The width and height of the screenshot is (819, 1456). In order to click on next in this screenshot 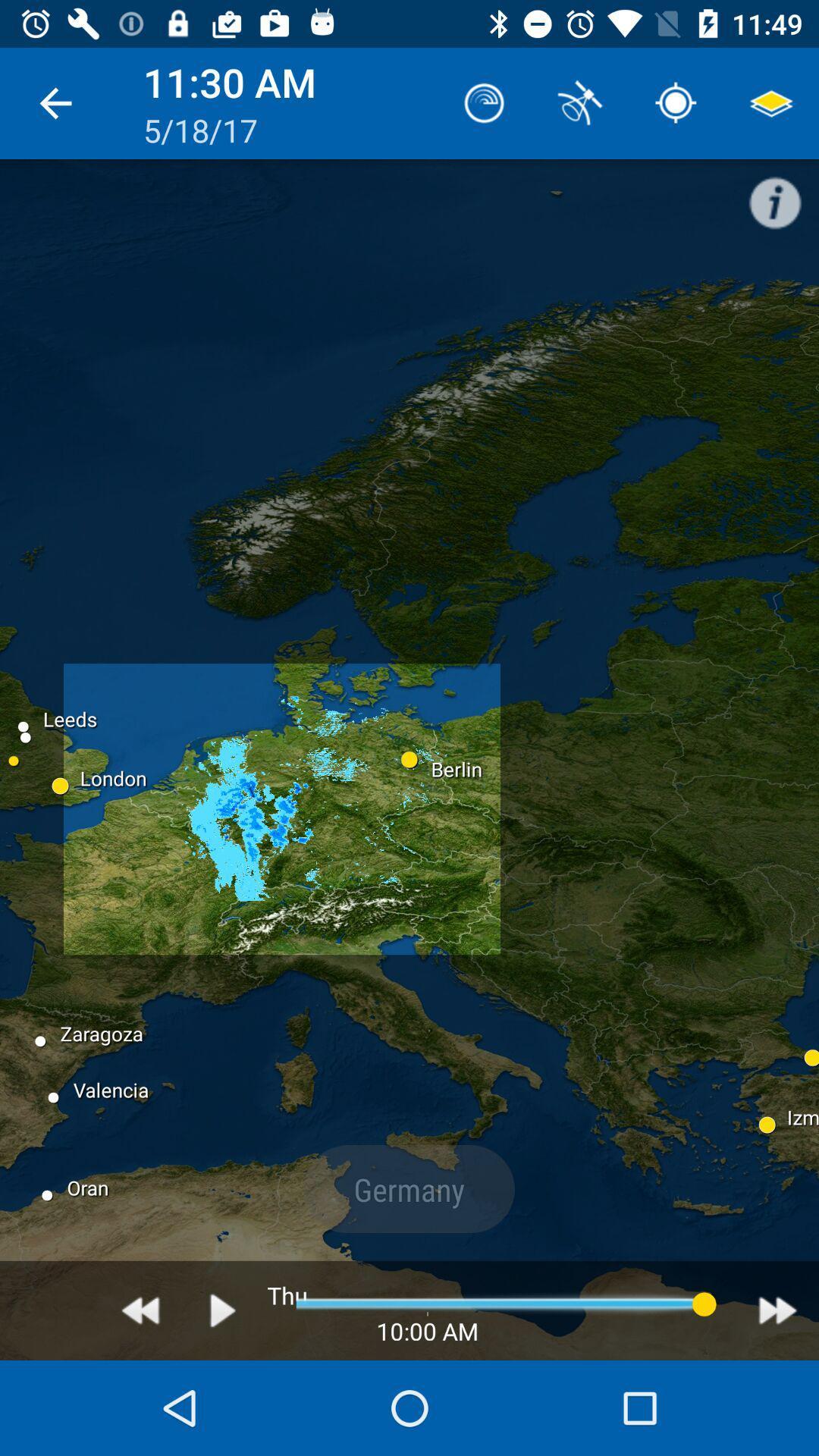, I will do `click(777, 1310)`.